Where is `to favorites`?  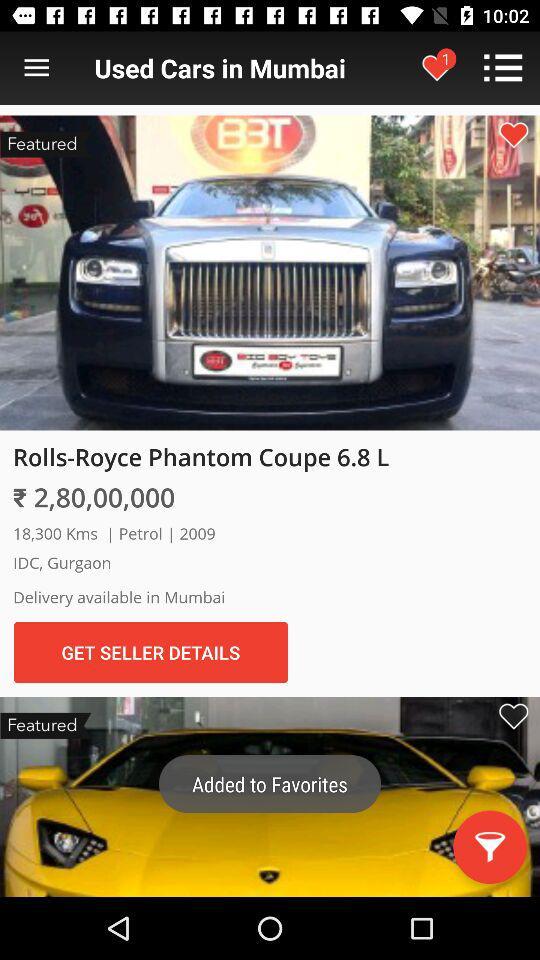 to favorites is located at coordinates (513, 716).